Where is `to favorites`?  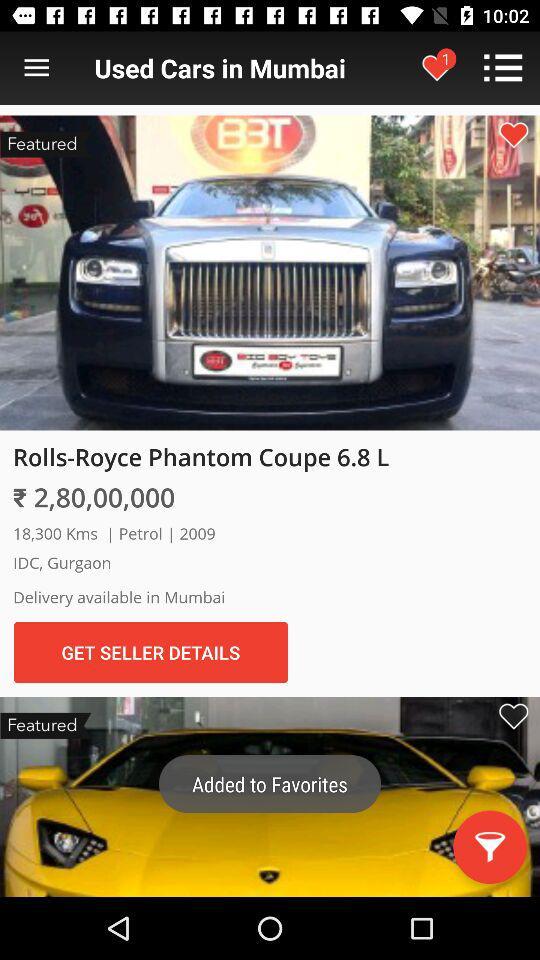 to favorites is located at coordinates (513, 716).